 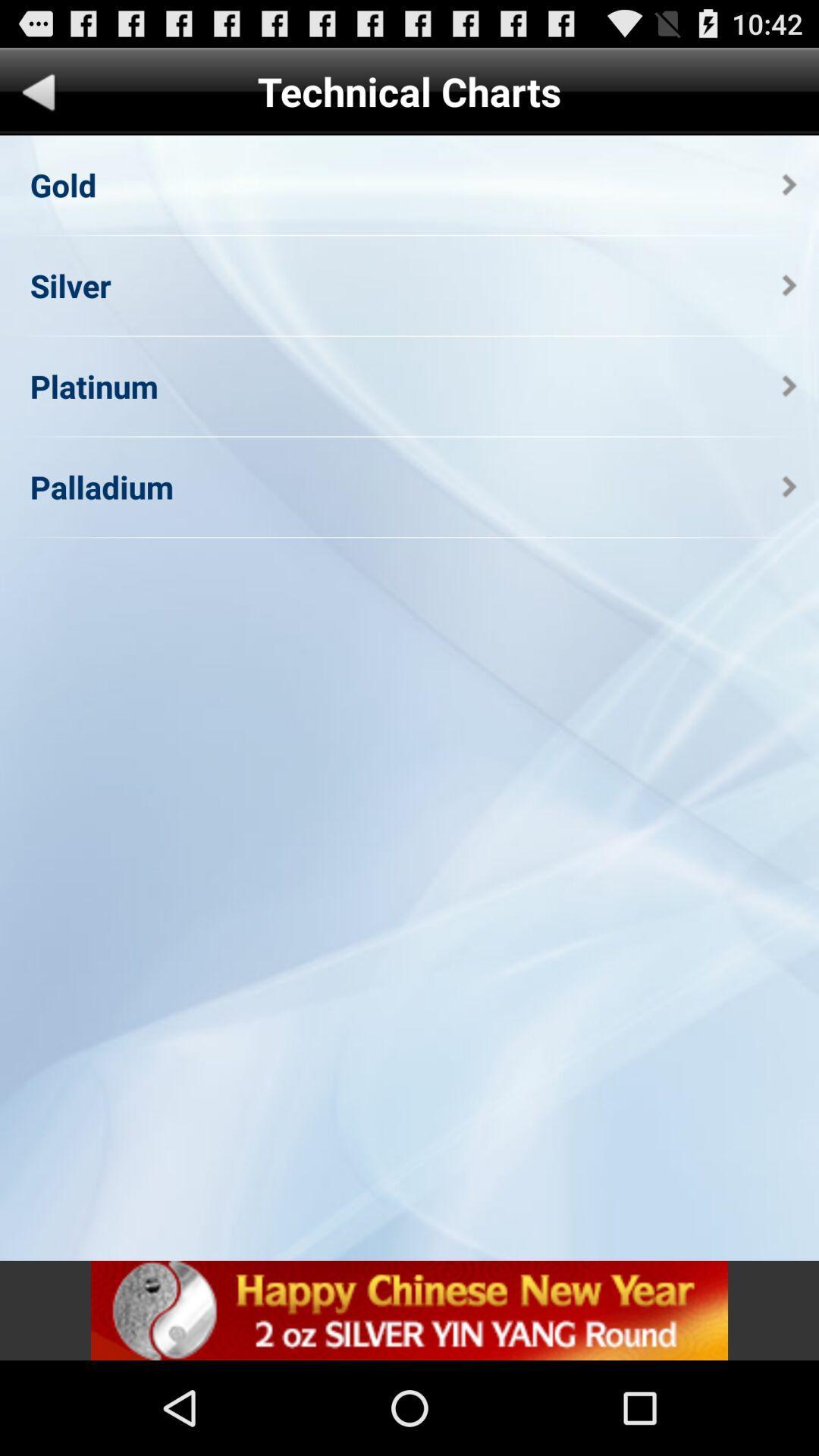 What do you see at coordinates (409, 1310) in the screenshot?
I see `advertisement banner` at bounding box center [409, 1310].